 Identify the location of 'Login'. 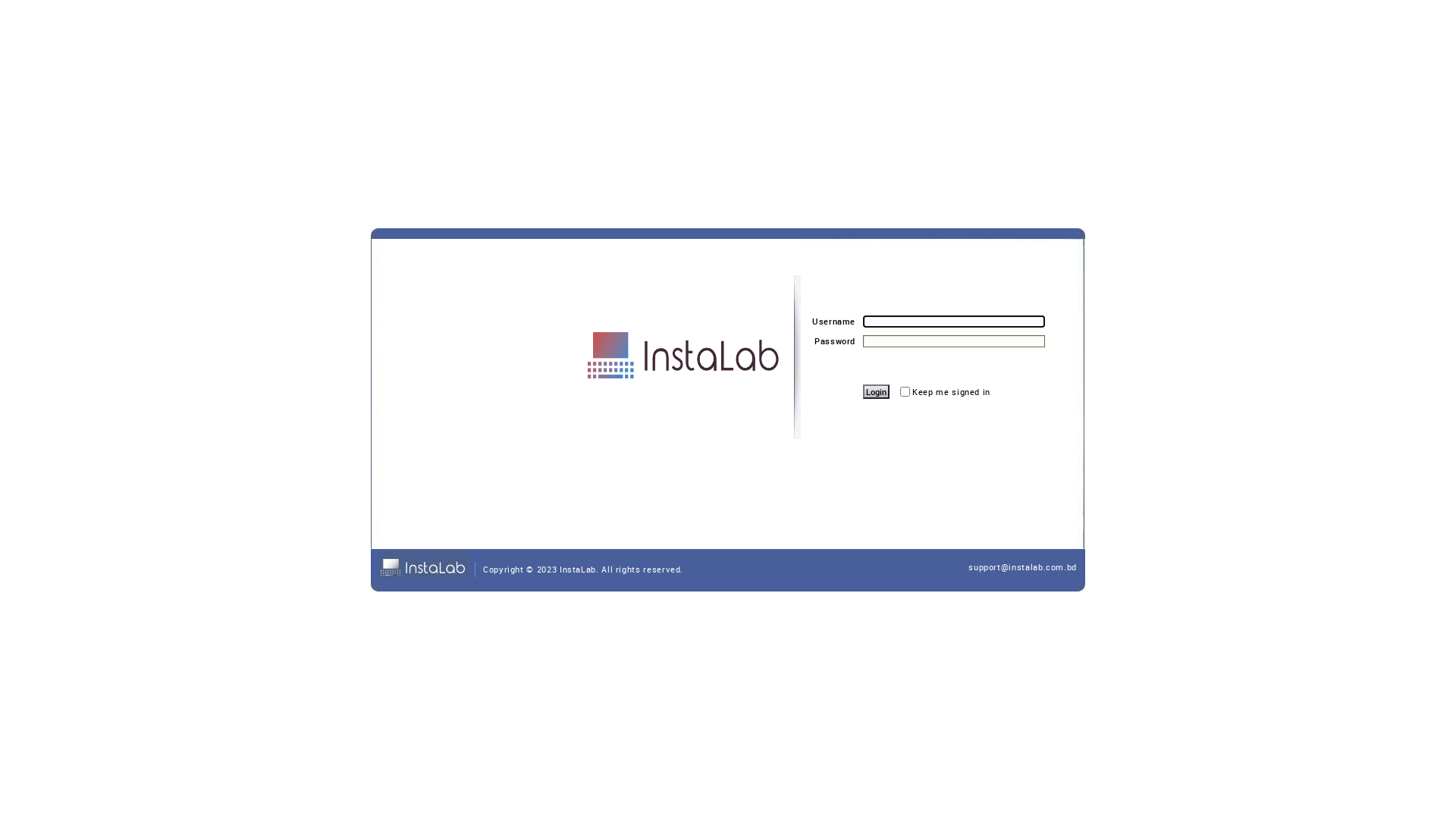
(876, 391).